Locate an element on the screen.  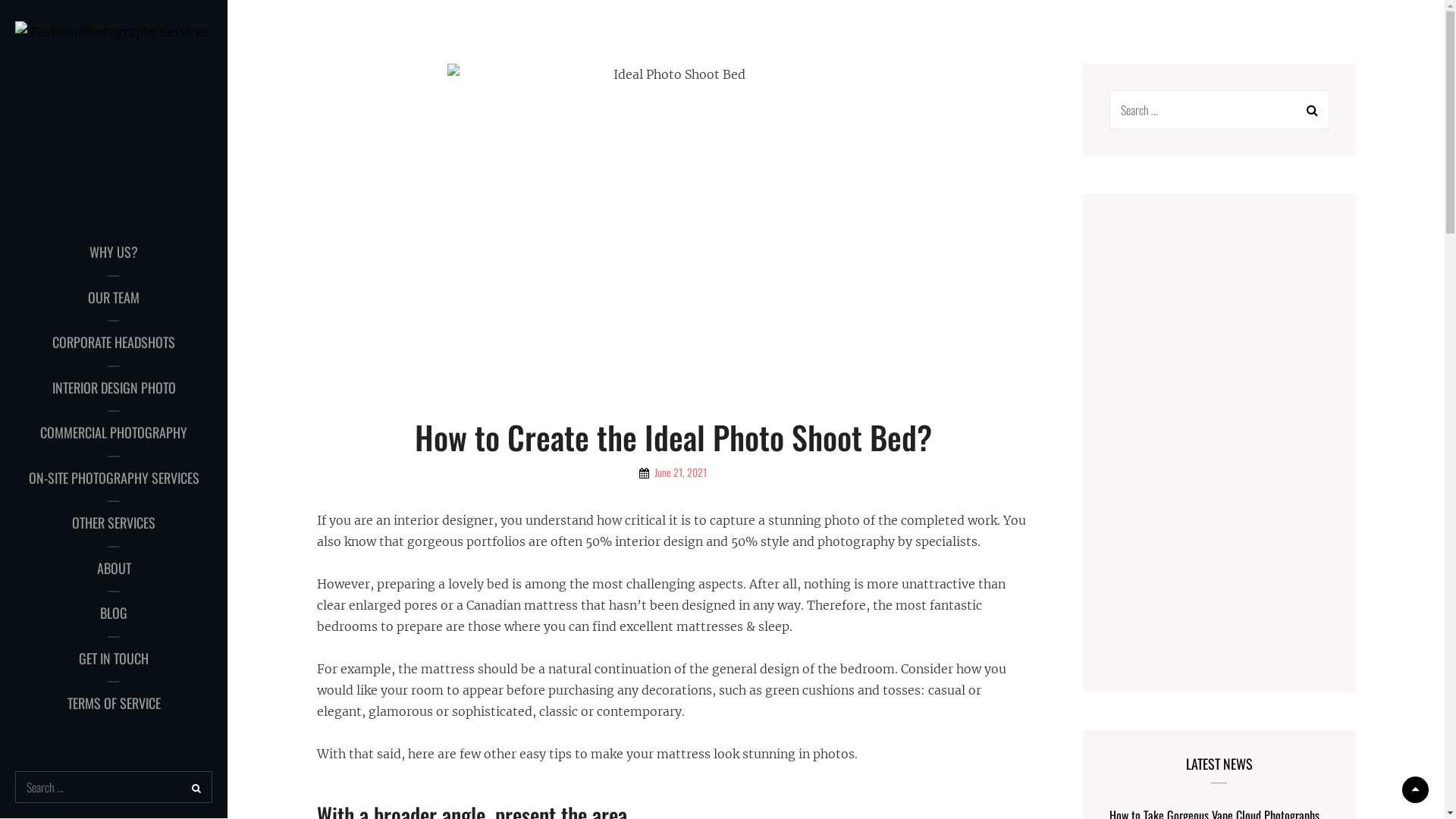
'WHY US?' is located at coordinates (112, 251).